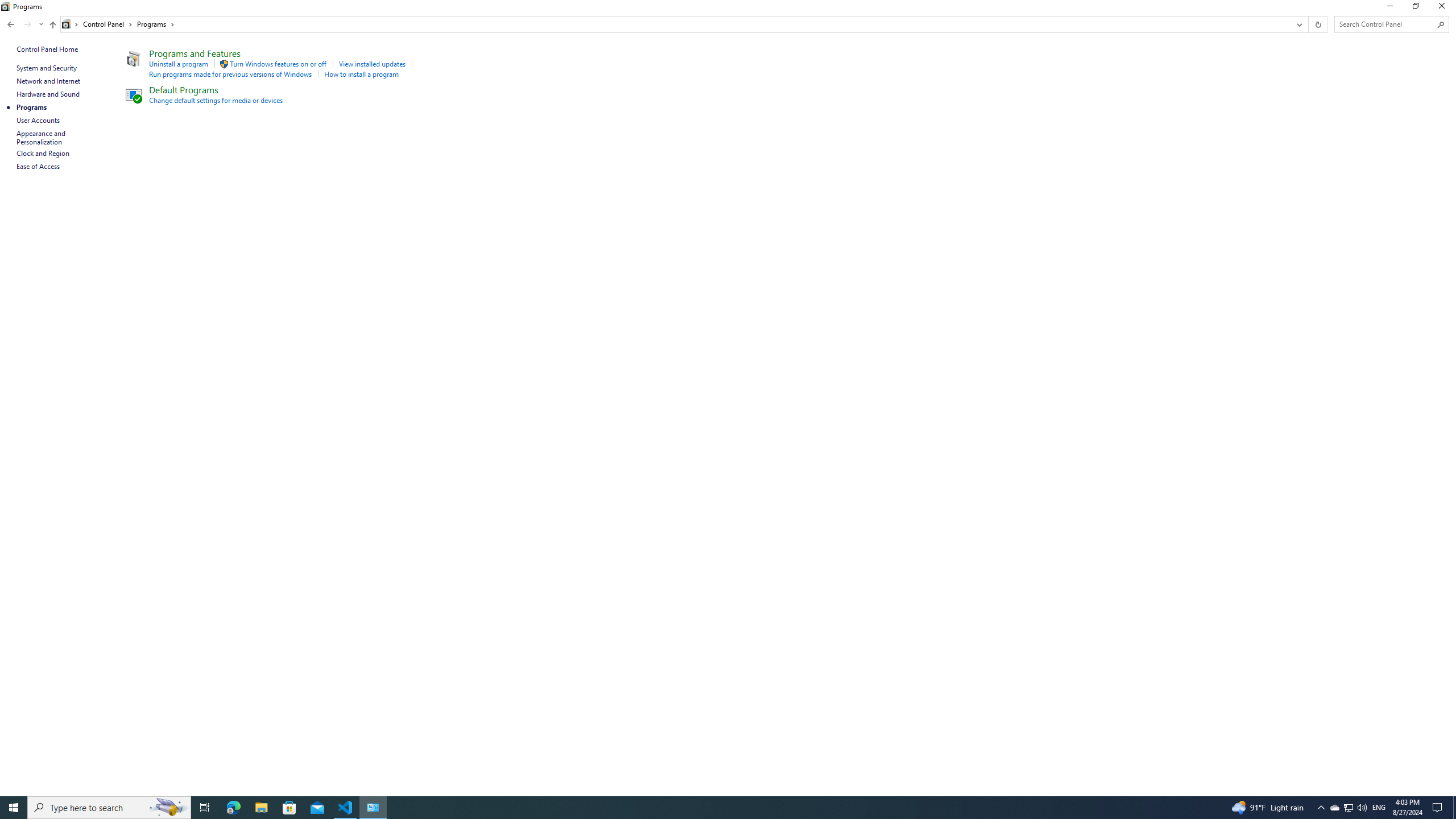  I want to click on 'Turn Windows features on or off', so click(278, 63).